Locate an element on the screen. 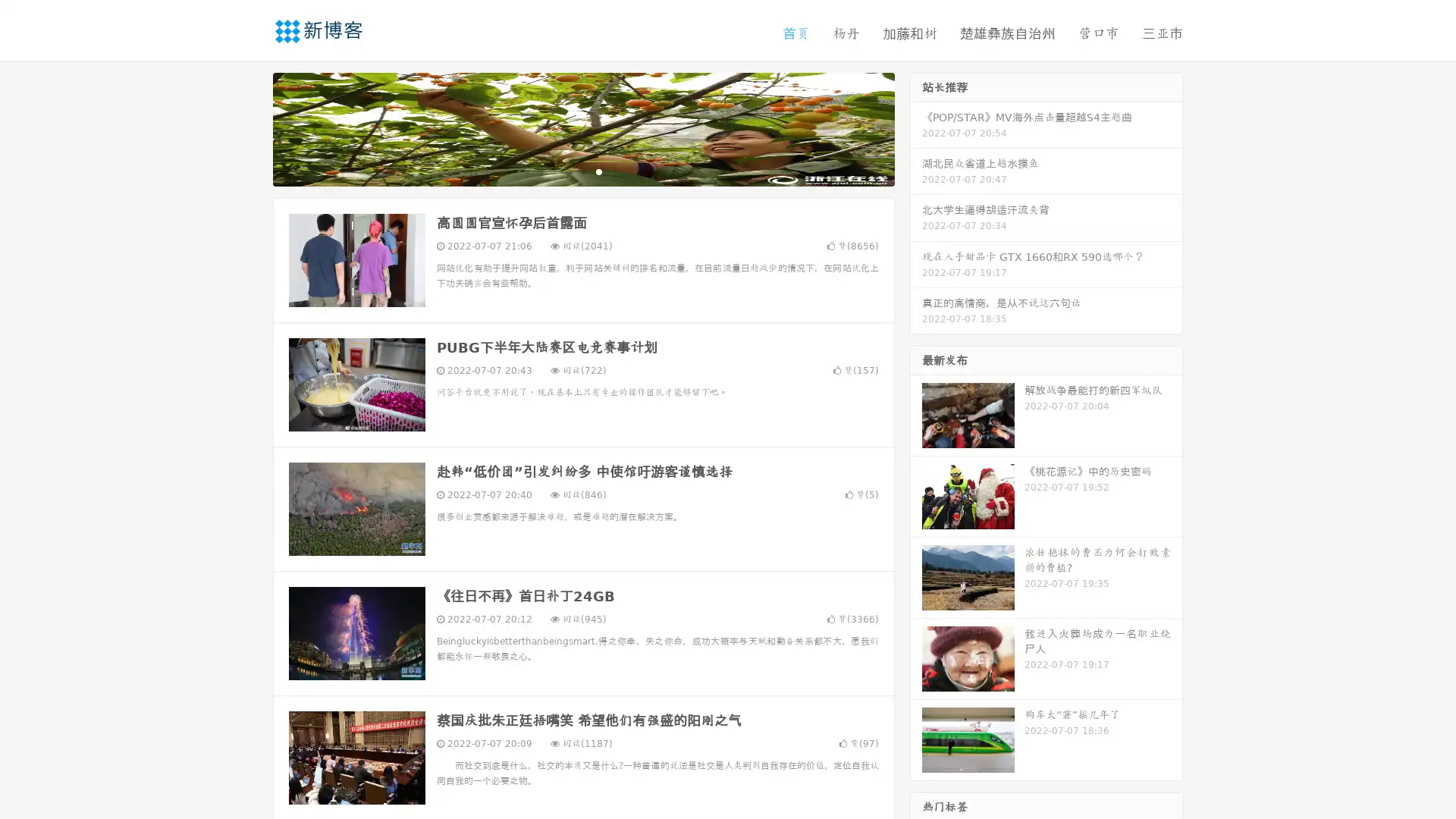 The height and width of the screenshot is (819, 1456). Previous slide is located at coordinates (250, 127).